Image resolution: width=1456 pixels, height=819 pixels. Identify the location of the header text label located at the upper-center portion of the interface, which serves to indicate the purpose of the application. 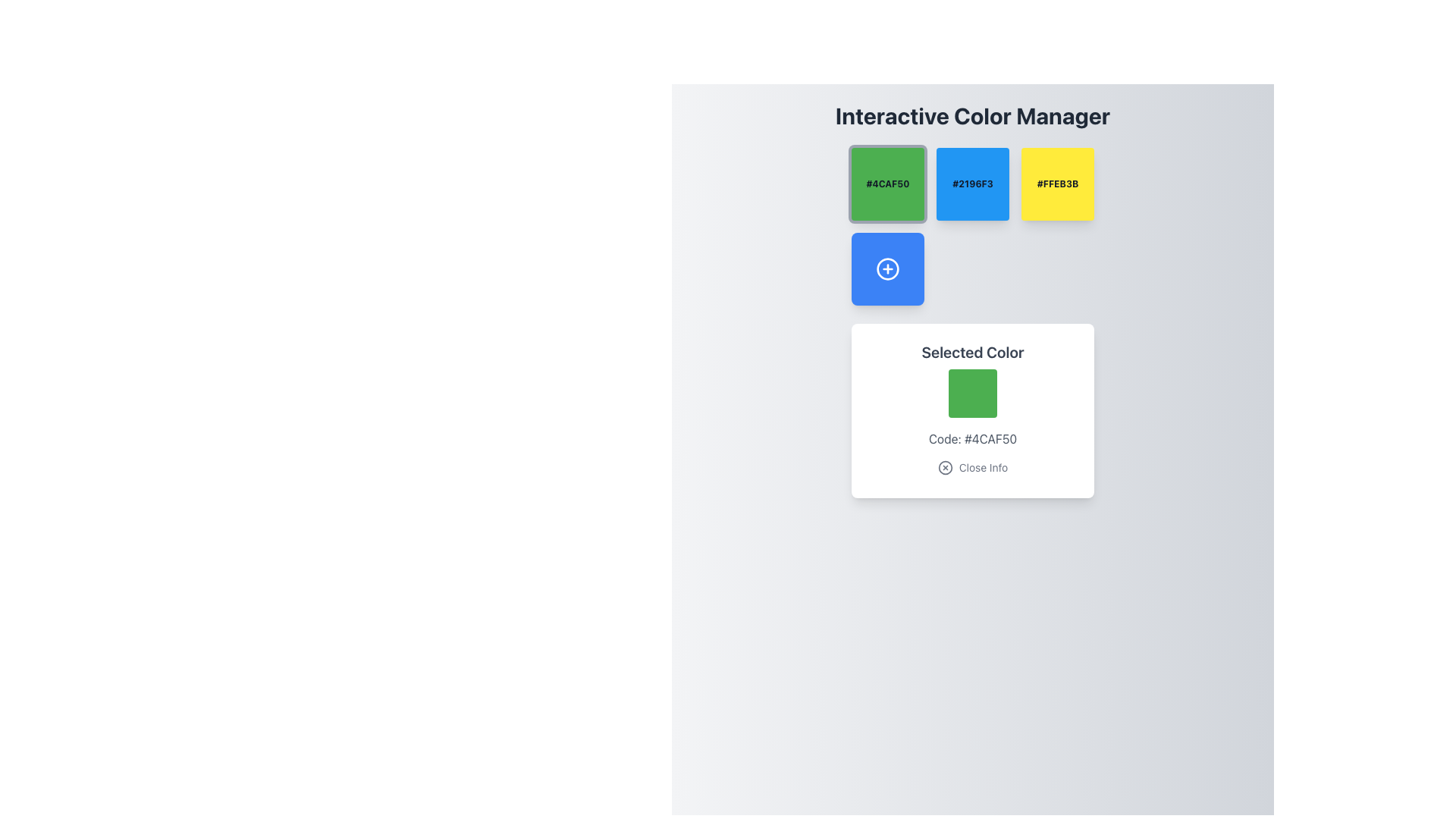
(972, 115).